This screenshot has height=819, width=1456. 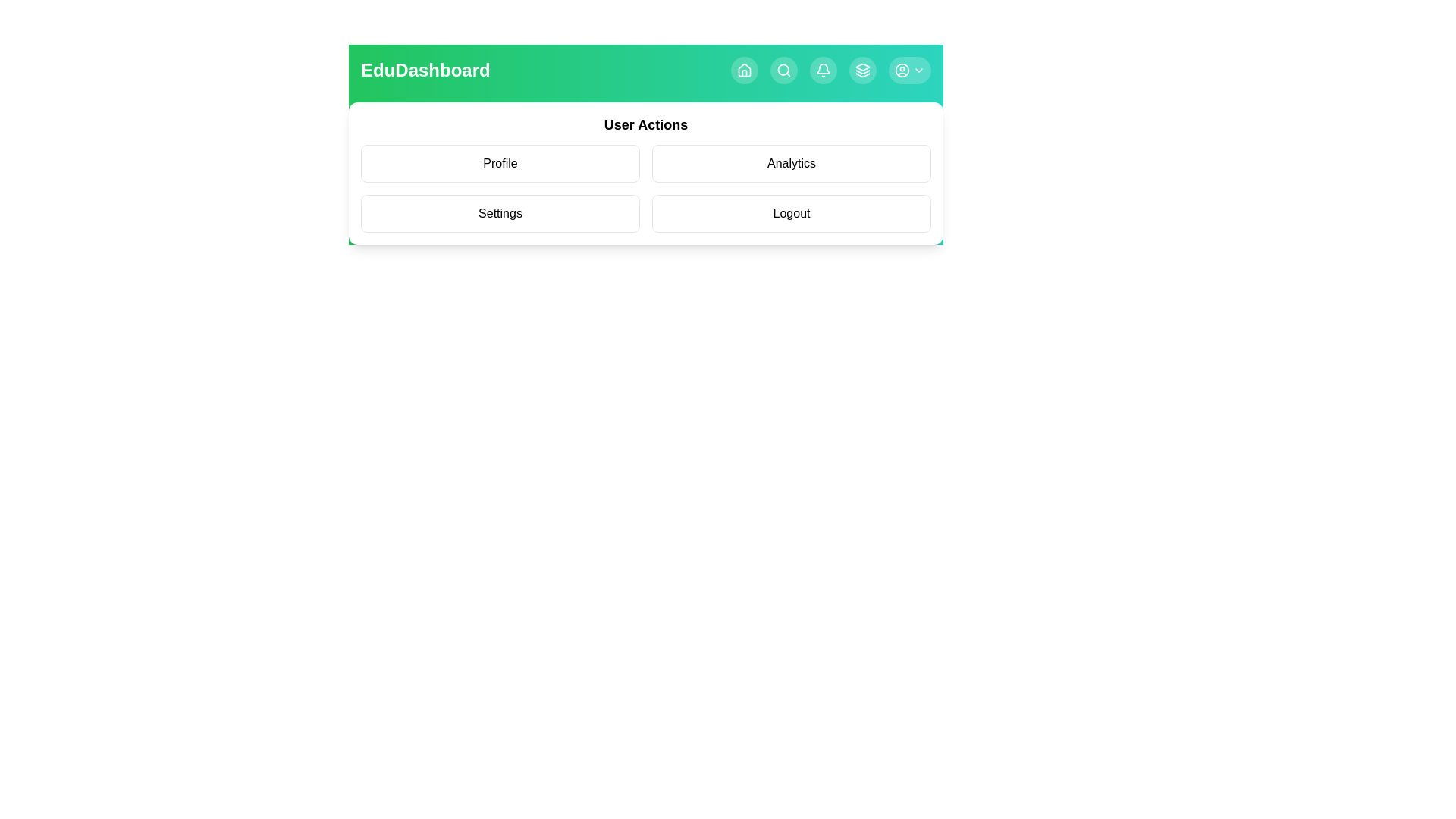 I want to click on the user action item Analytics from the menu, so click(x=790, y=164).